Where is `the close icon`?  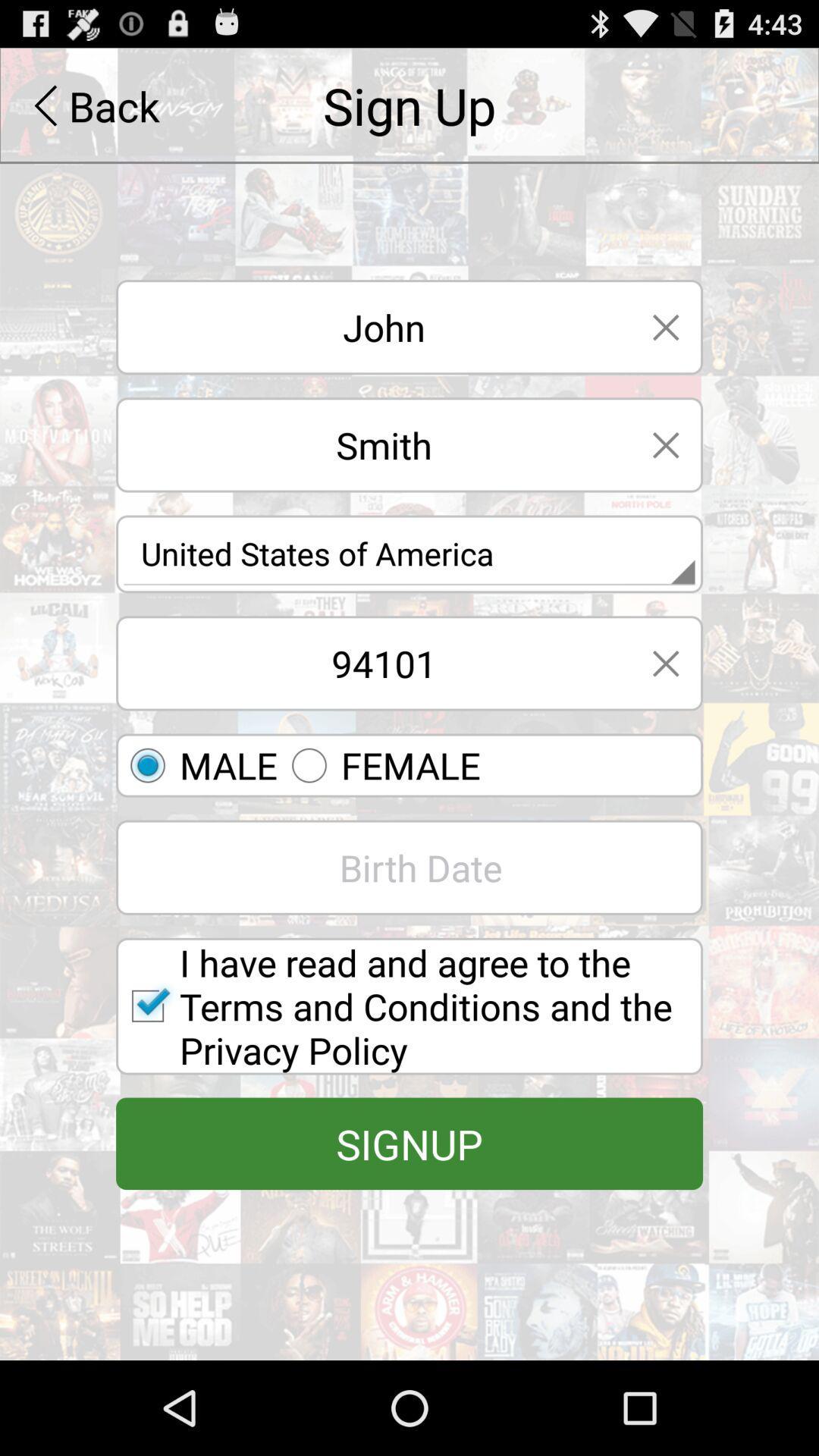
the close icon is located at coordinates (665, 349).